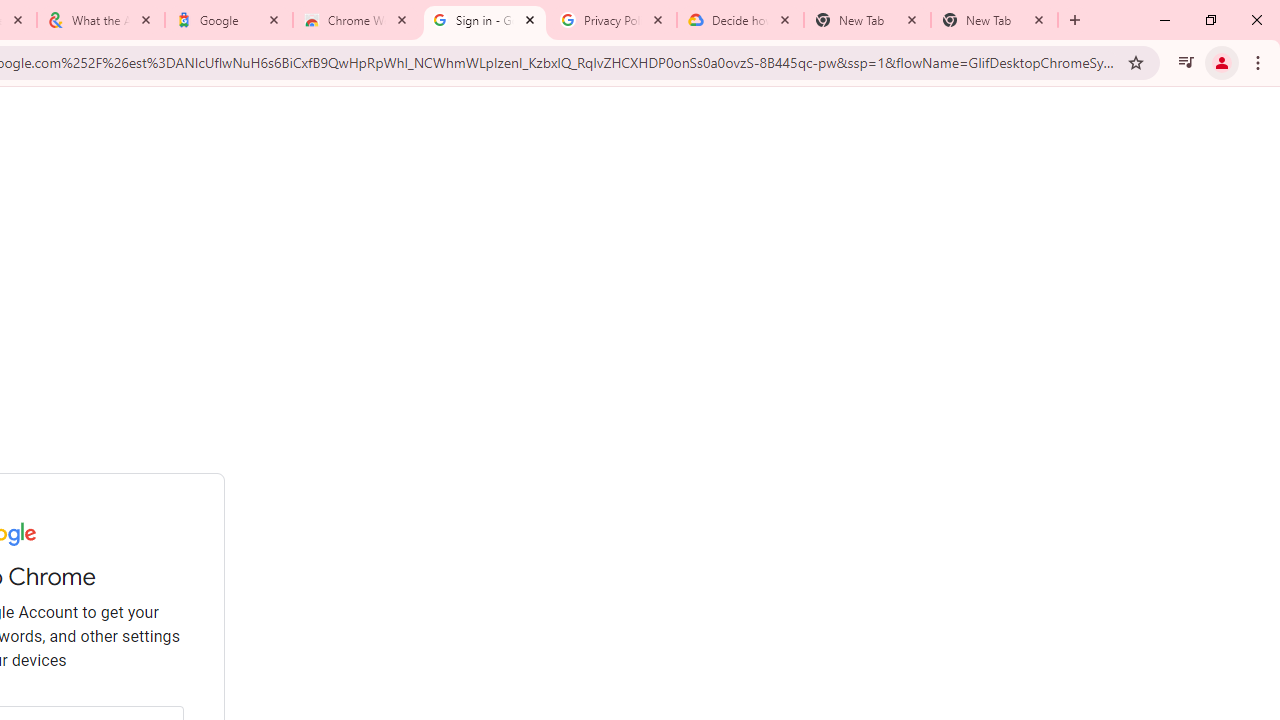 This screenshot has width=1280, height=720. Describe the element at coordinates (229, 20) in the screenshot. I see `'Google'` at that location.